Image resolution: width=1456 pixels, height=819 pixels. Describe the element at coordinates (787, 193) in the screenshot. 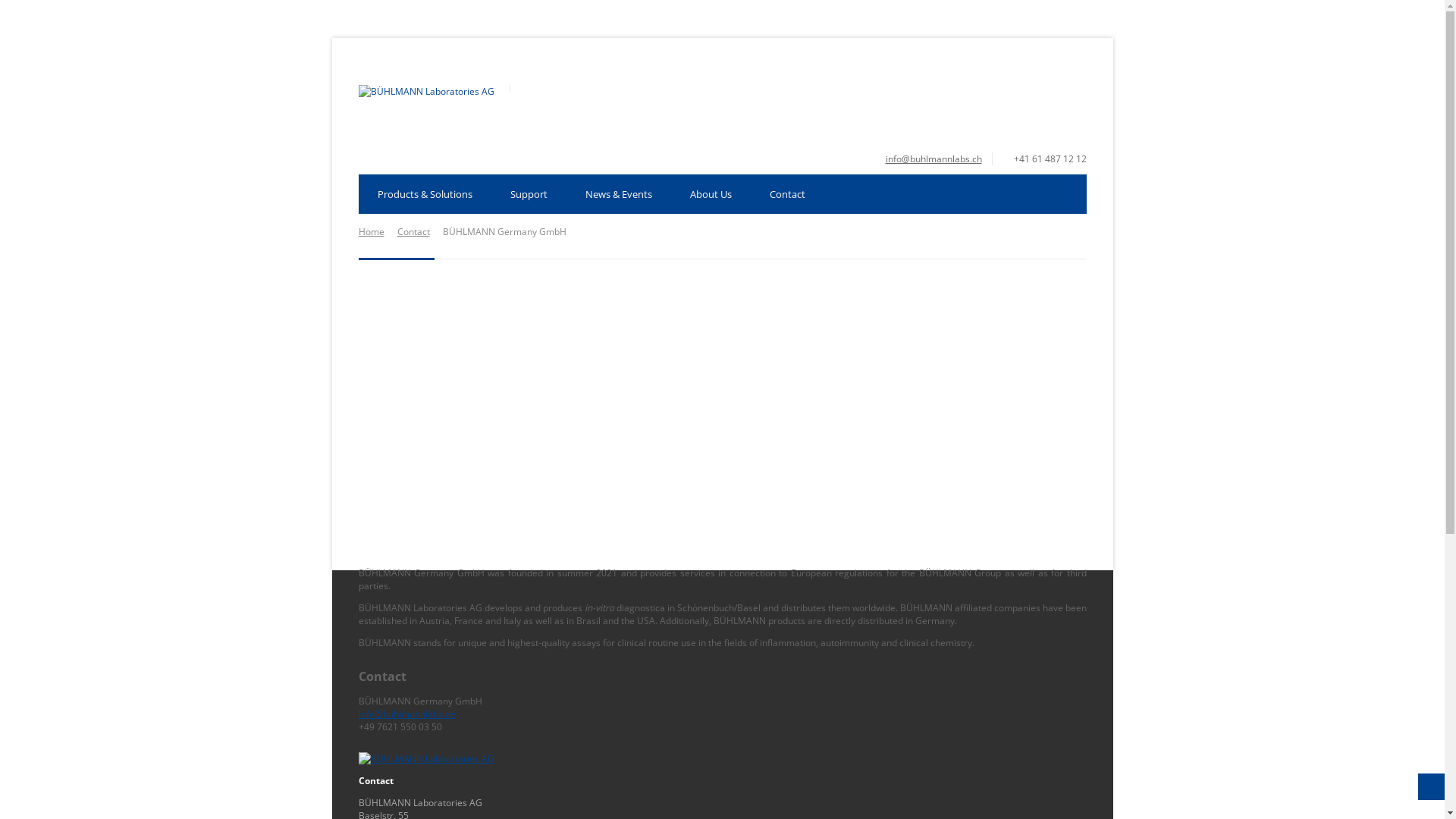

I see `'Contact'` at that location.